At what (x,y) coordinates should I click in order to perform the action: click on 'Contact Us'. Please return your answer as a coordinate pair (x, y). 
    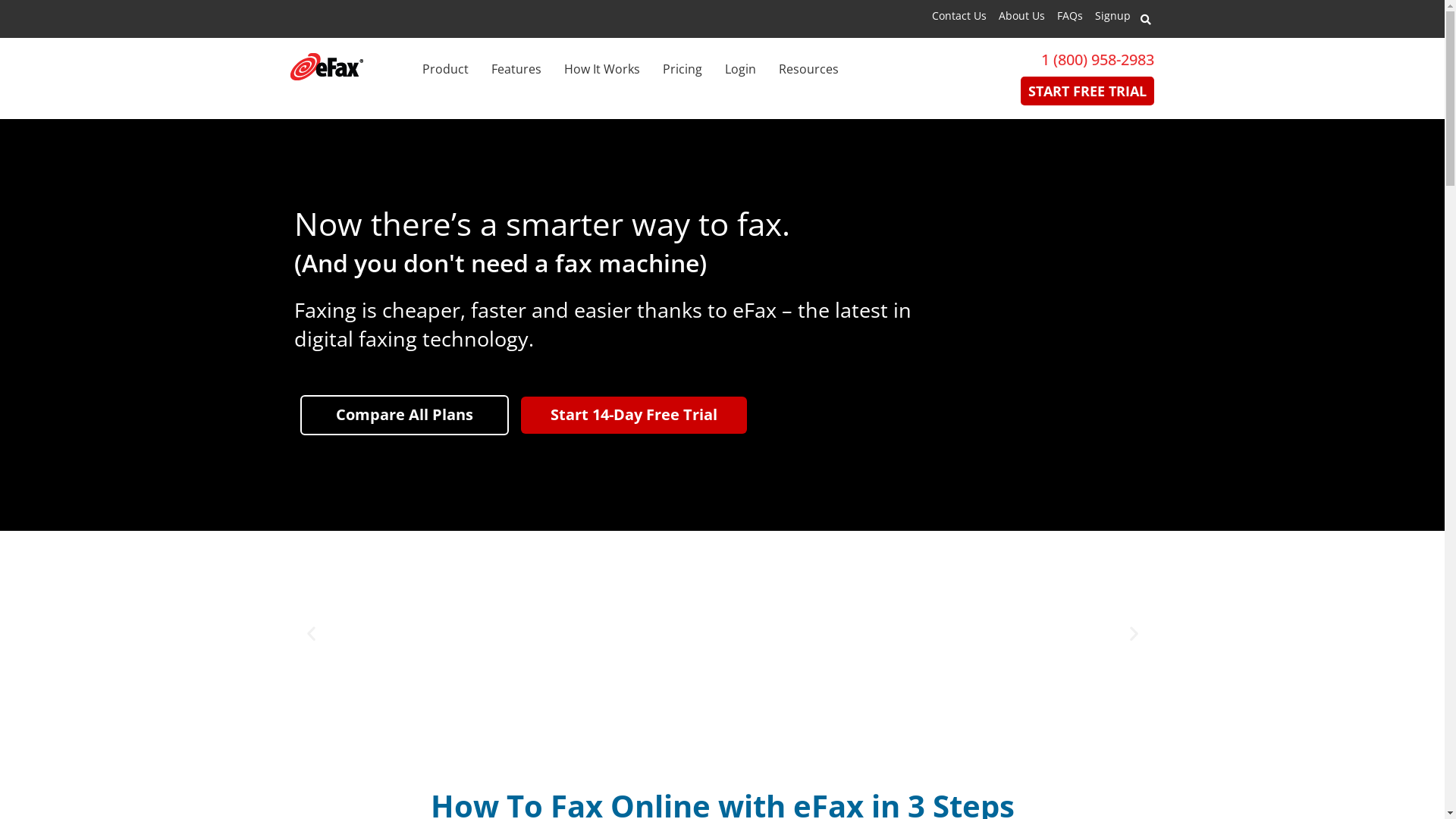
    Looking at the image, I should click on (957, 15).